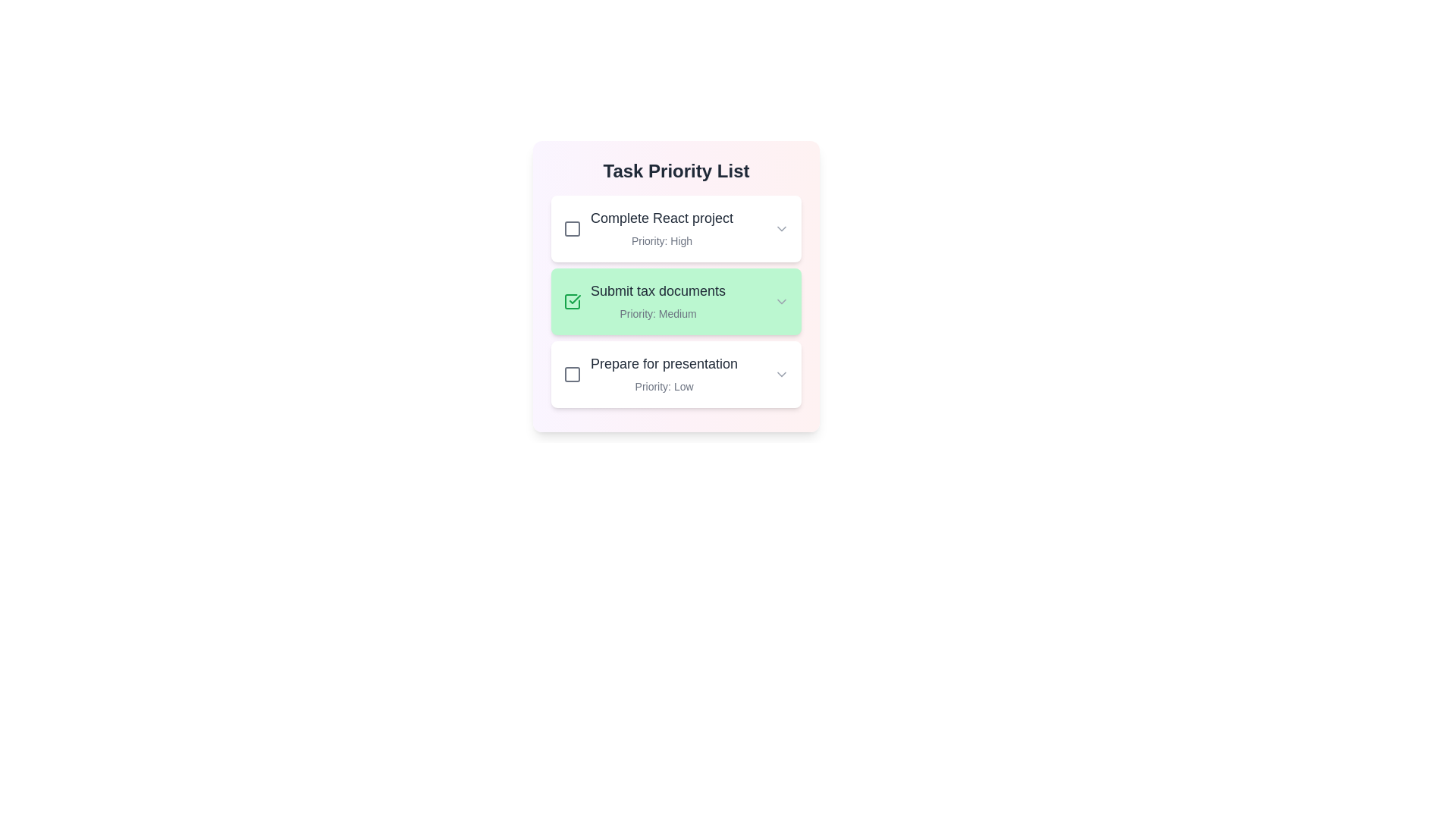 Image resolution: width=1456 pixels, height=819 pixels. I want to click on the task with the title Prepare for presentation, so click(676, 374).